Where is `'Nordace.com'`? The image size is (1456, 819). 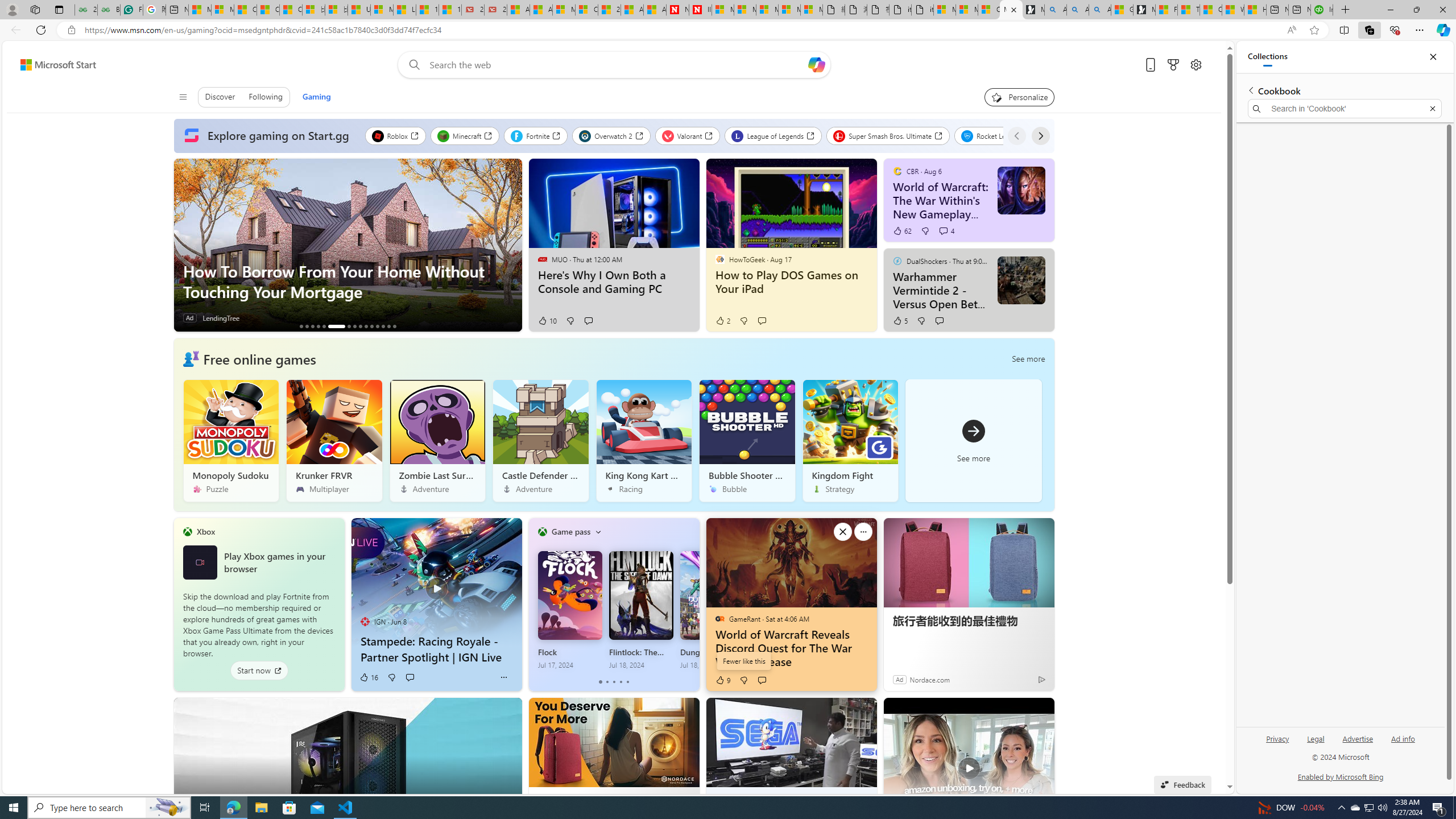
'Nordace.com' is located at coordinates (929, 679).